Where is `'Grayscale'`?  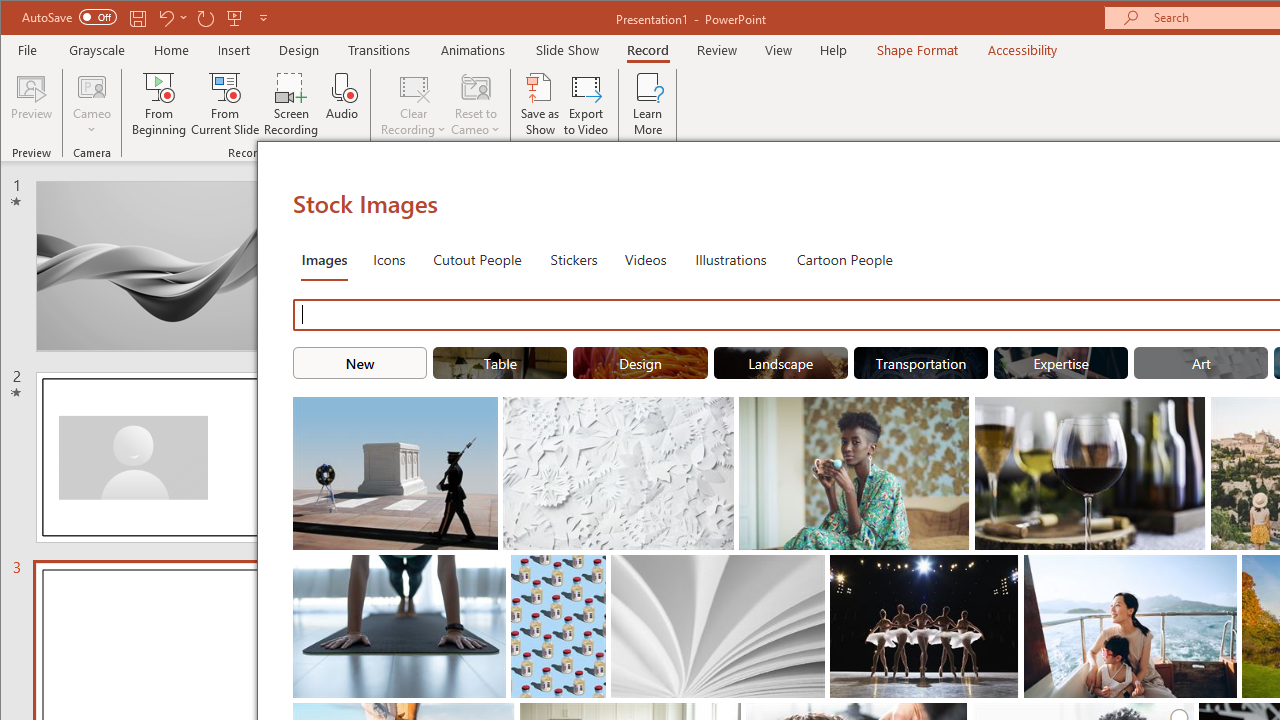
'Grayscale' is located at coordinates (96, 49).